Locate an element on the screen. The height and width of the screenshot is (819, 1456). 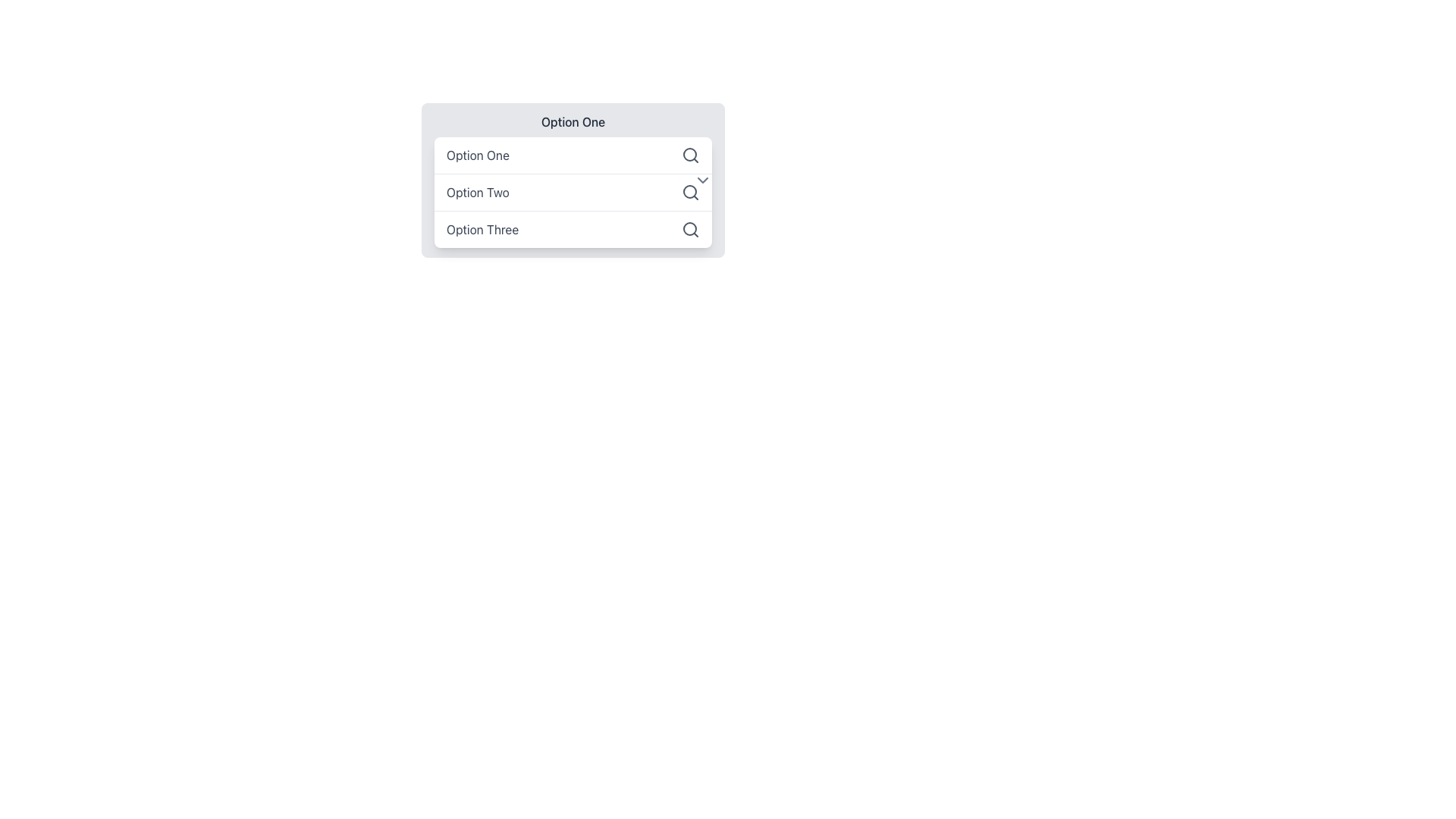
the circular part of the search icon aligned to the right of 'Option One' in the vertical list of options is located at coordinates (689, 228).